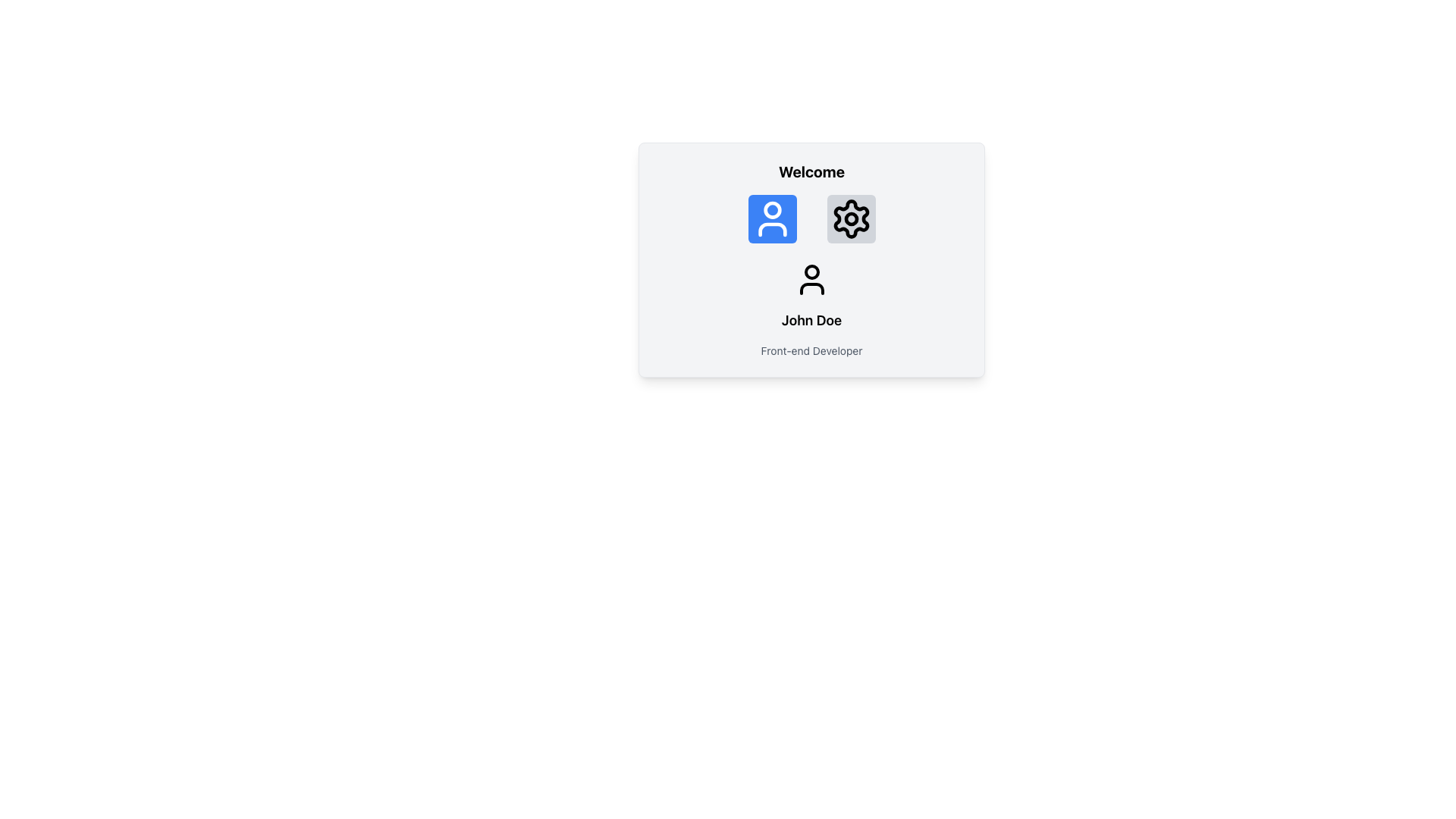  What do you see at coordinates (811, 350) in the screenshot?
I see `the text label displaying 'Front-end Developer' in light gray font at the bottom of the content grouping` at bounding box center [811, 350].